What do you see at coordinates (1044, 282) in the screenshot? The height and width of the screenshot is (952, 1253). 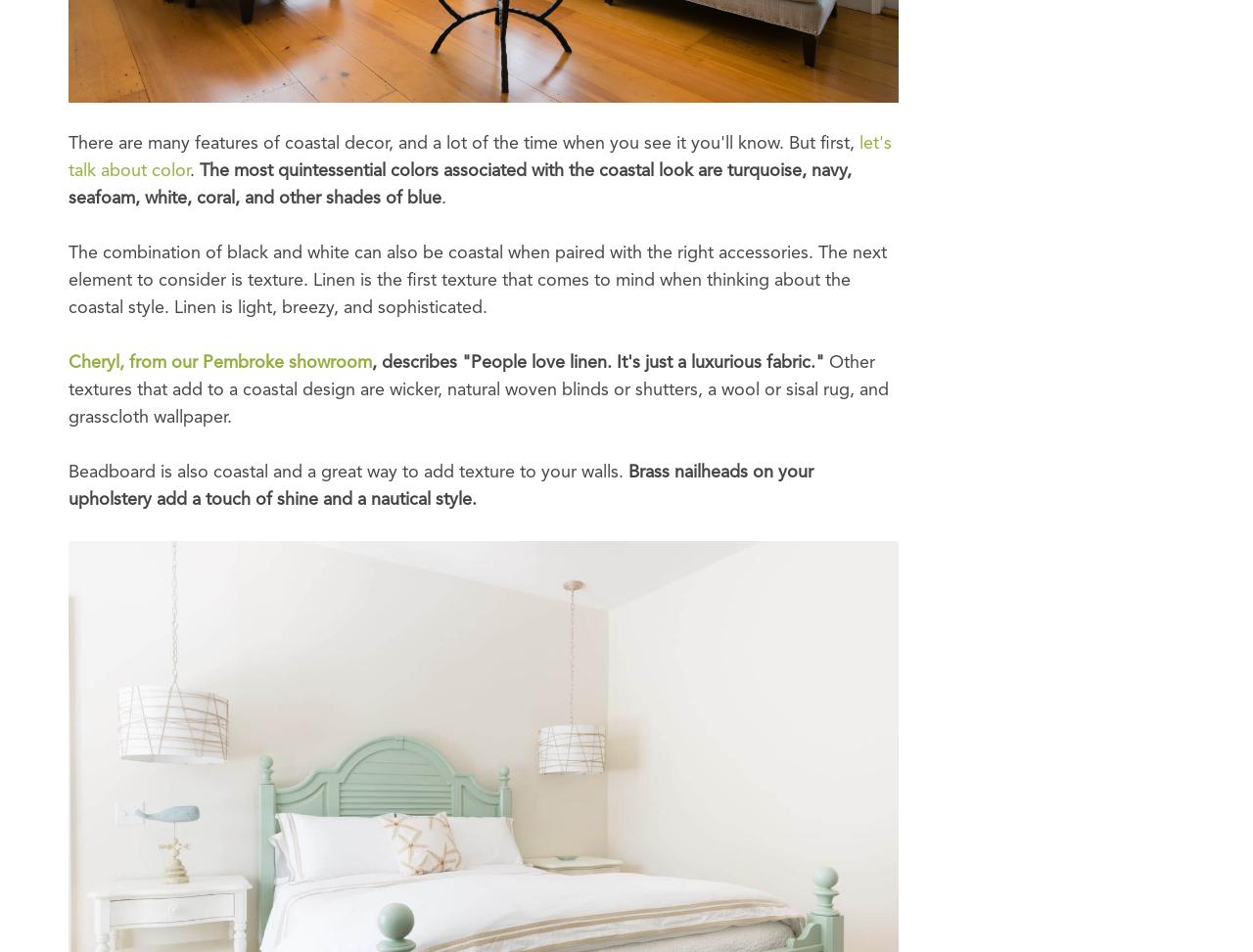 I see `'Boston - Seaport: 617-865-6400'` at bounding box center [1044, 282].